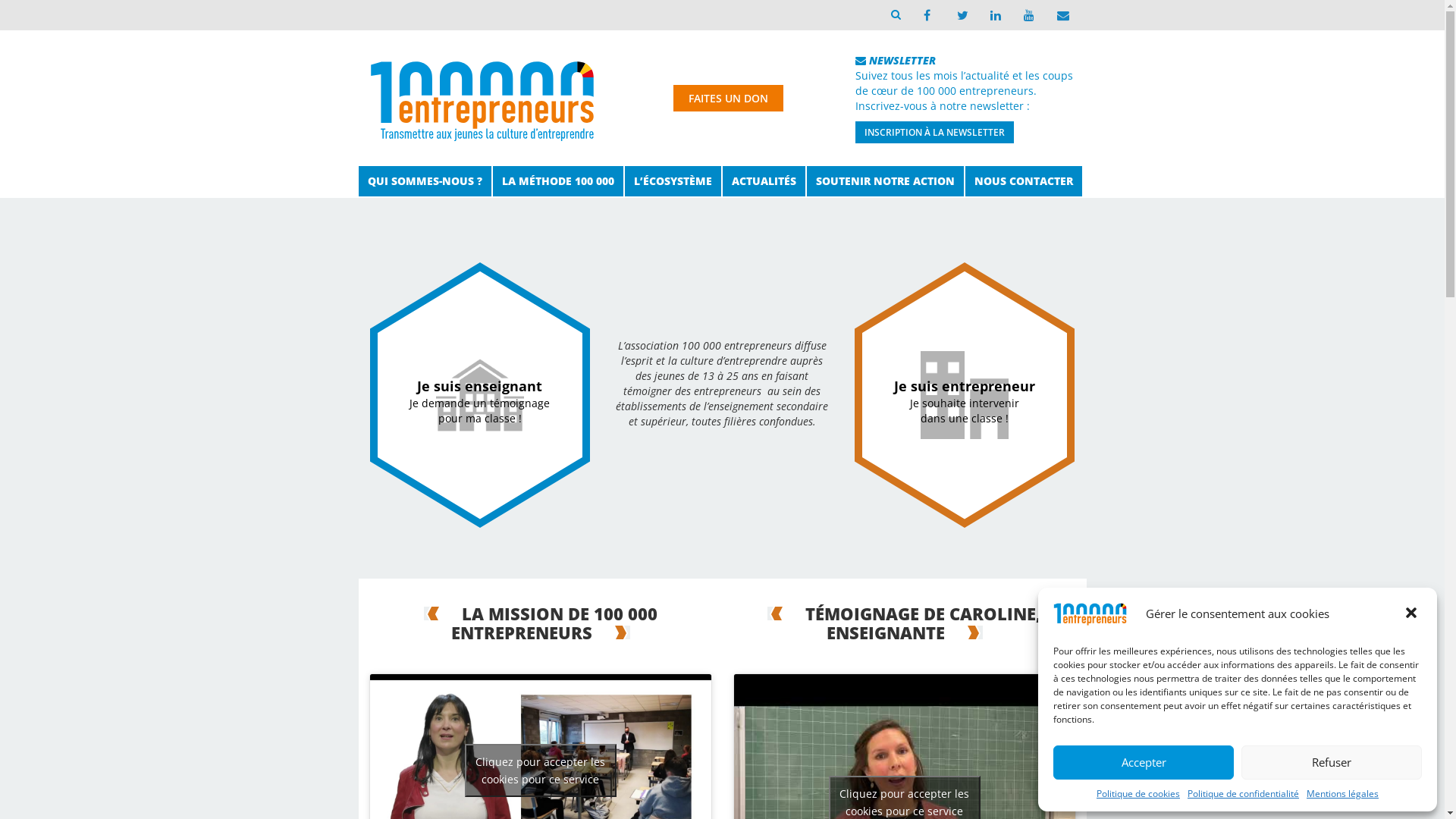 The height and width of the screenshot is (819, 1456). I want to click on 'YouTube', so click(1012, 14).